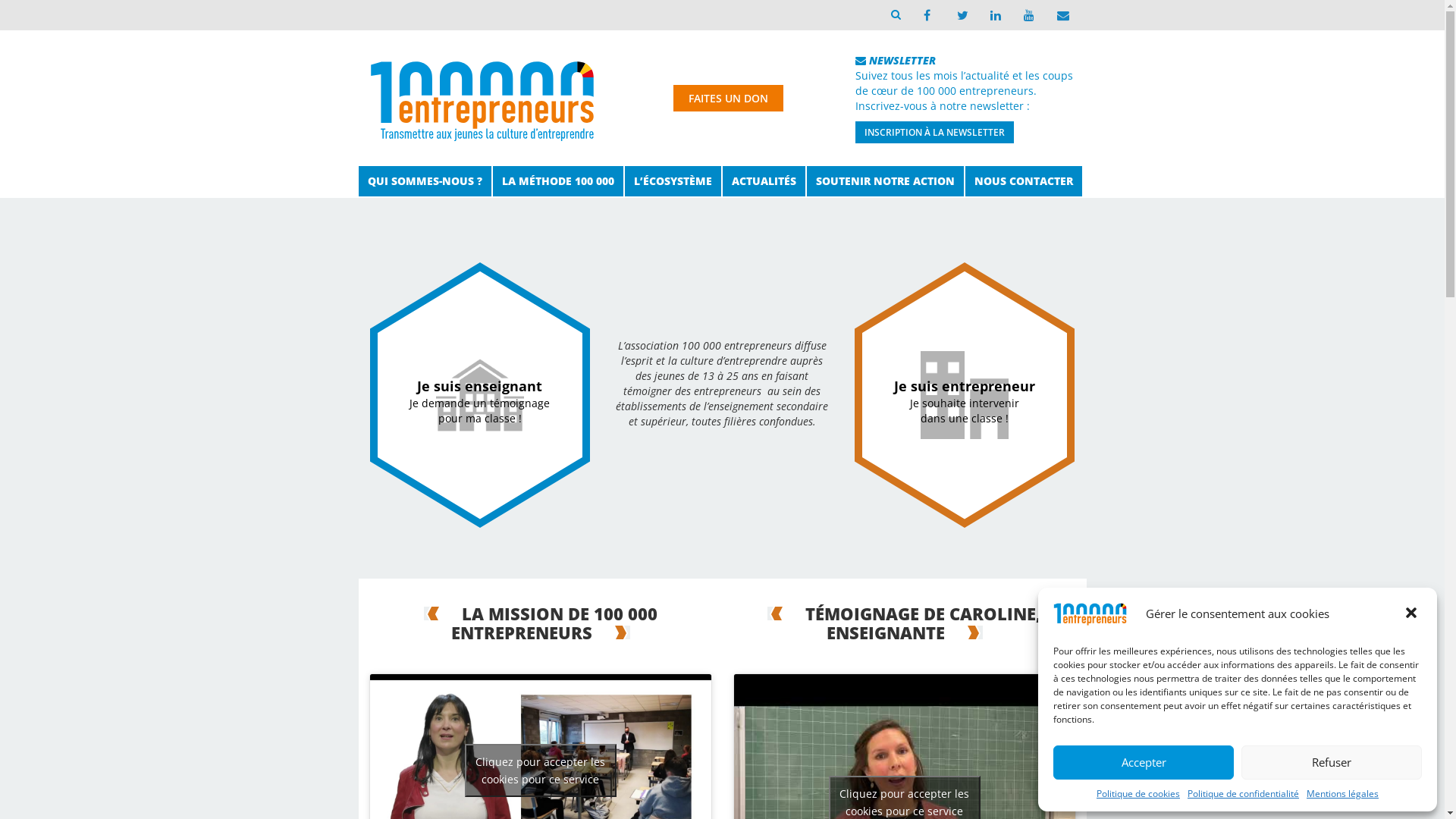 The height and width of the screenshot is (819, 1456). I want to click on 'YouTube', so click(1012, 14).